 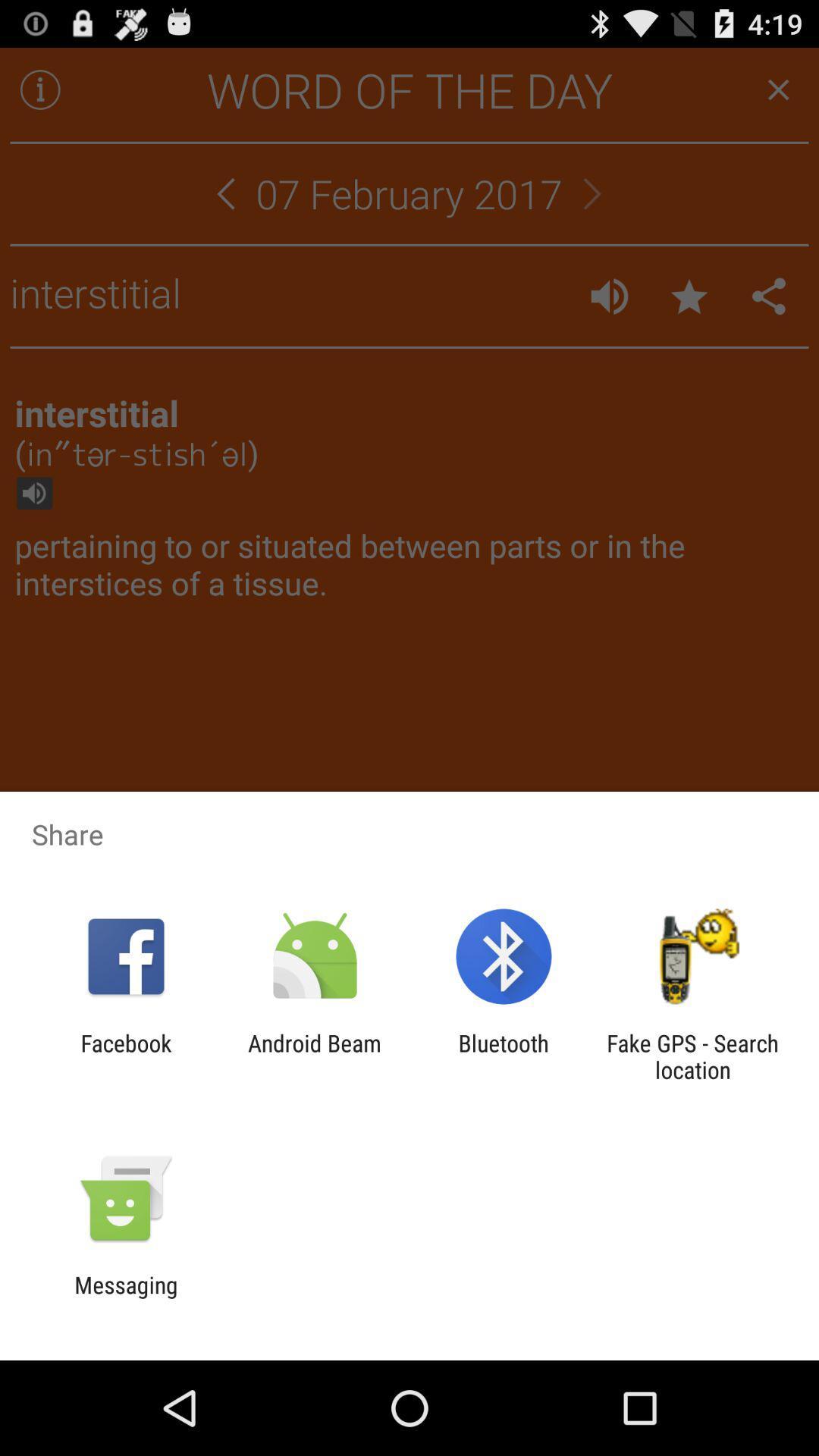 I want to click on facebook item, so click(x=125, y=1056).